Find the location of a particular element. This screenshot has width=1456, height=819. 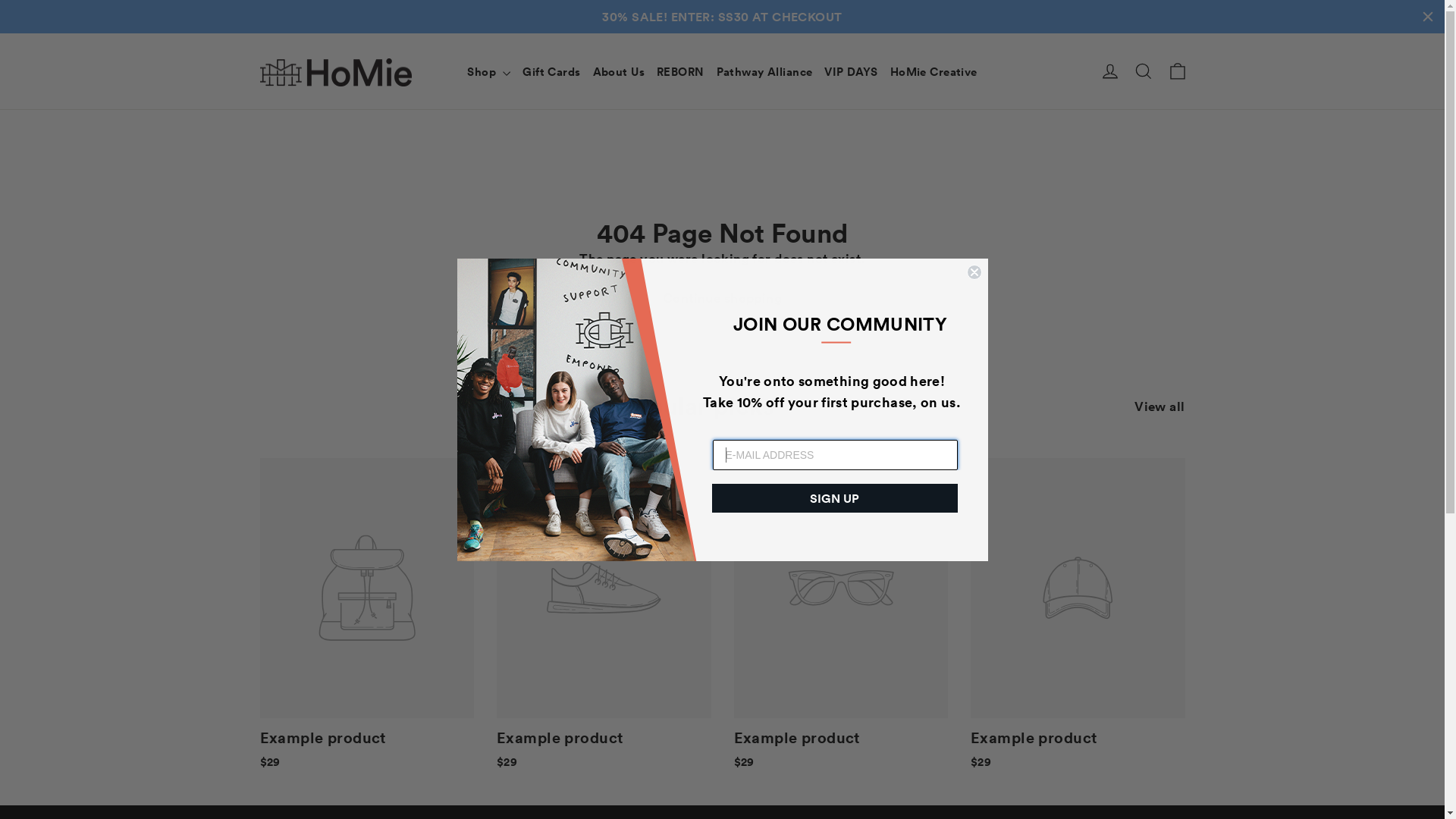

'Cart' is located at coordinates (1175, 37).